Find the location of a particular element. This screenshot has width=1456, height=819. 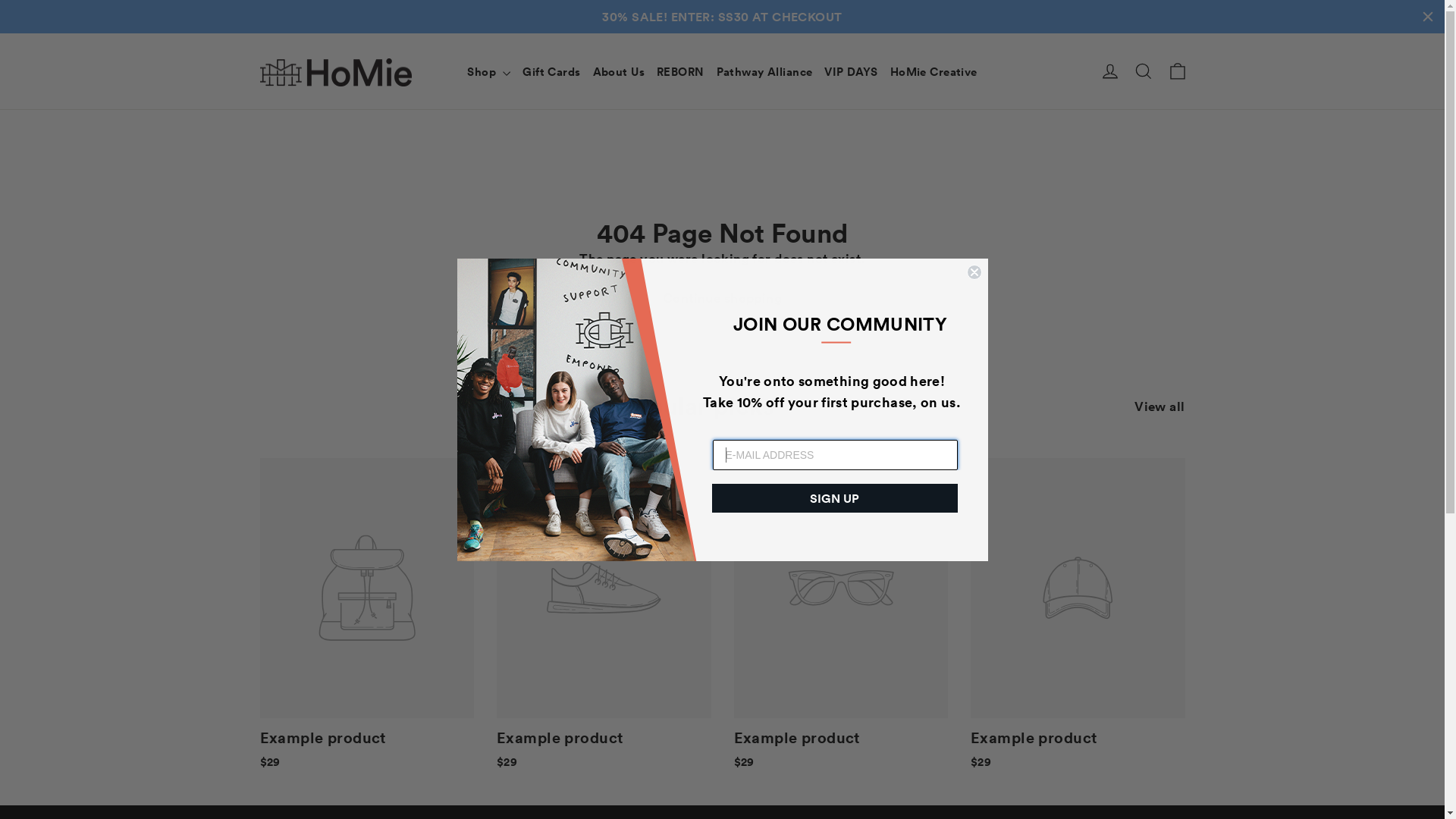

'Cart' is located at coordinates (1175, 37).